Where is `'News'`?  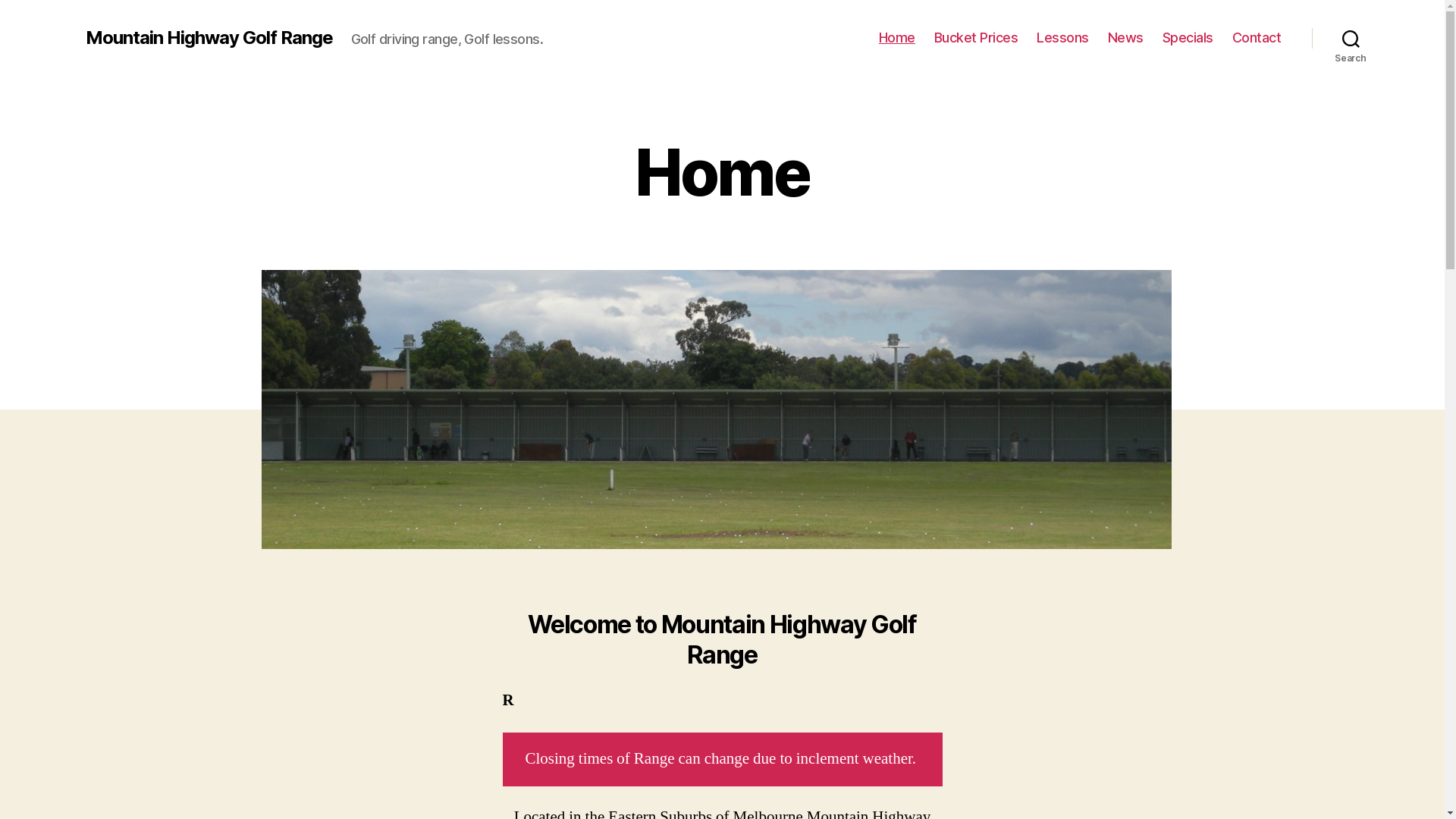
'News' is located at coordinates (1125, 37).